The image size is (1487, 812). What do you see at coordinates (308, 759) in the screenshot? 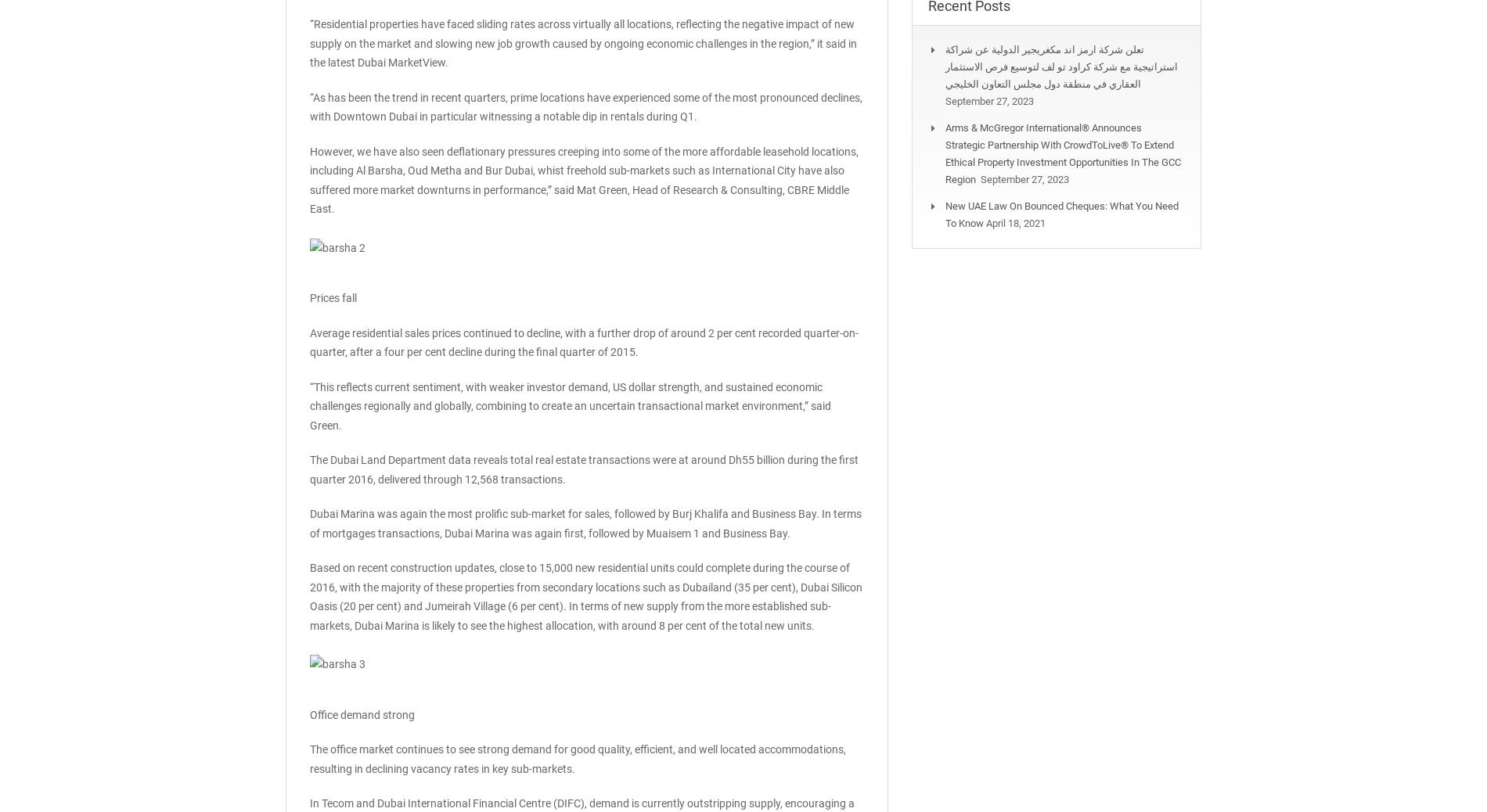
I see `'The office market continues to see strong demand for good quality, efficient, and well located accommodations, resulting in declining vacancy rates in key sub-markets.'` at bounding box center [308, 759].